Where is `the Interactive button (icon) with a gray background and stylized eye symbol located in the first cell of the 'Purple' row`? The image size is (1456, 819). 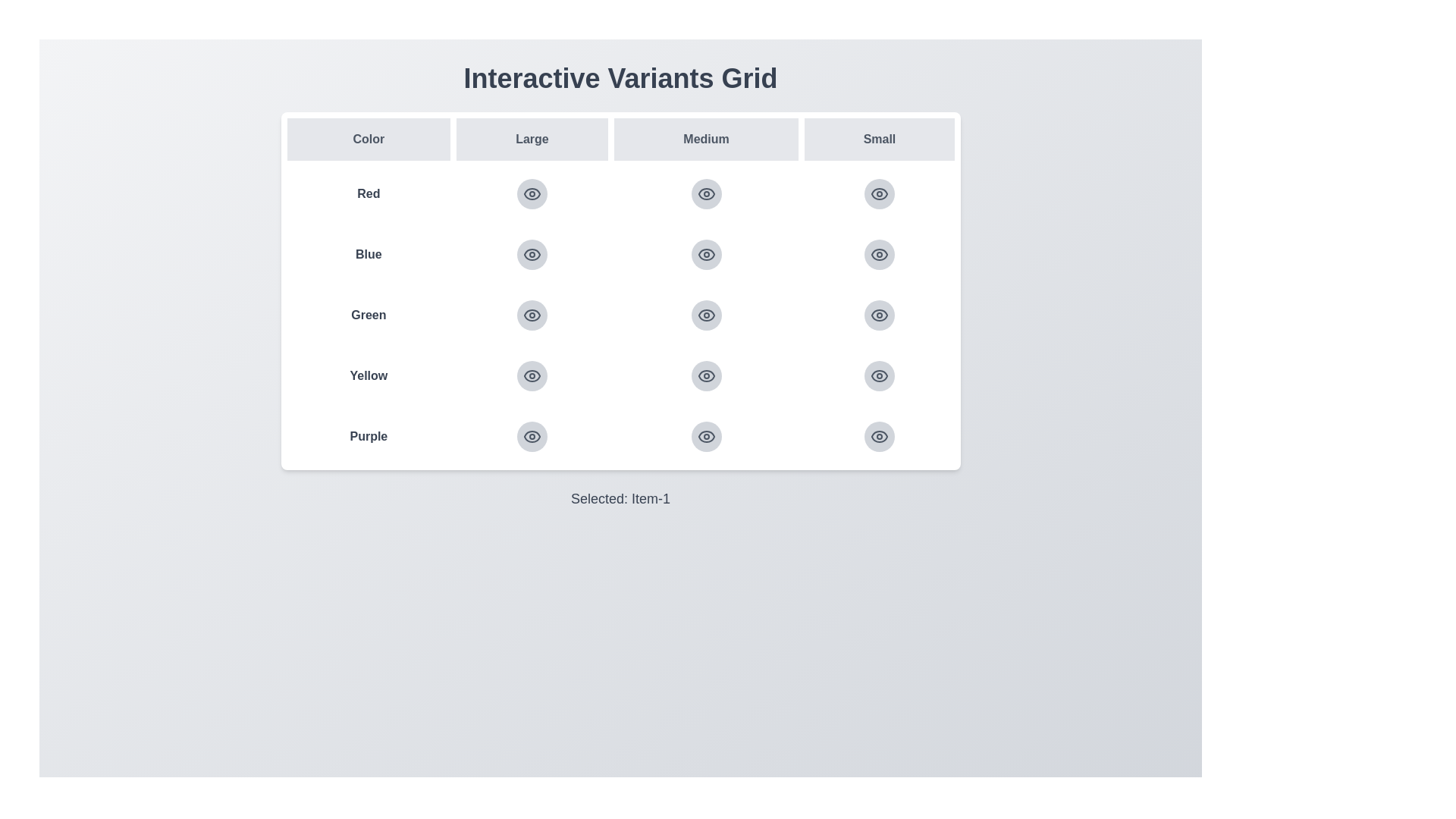
the Interactive button (icon) with a gray background and stylized eye symbol located in the first cell of the 'Purple' row is located at coordinates (532, 436).